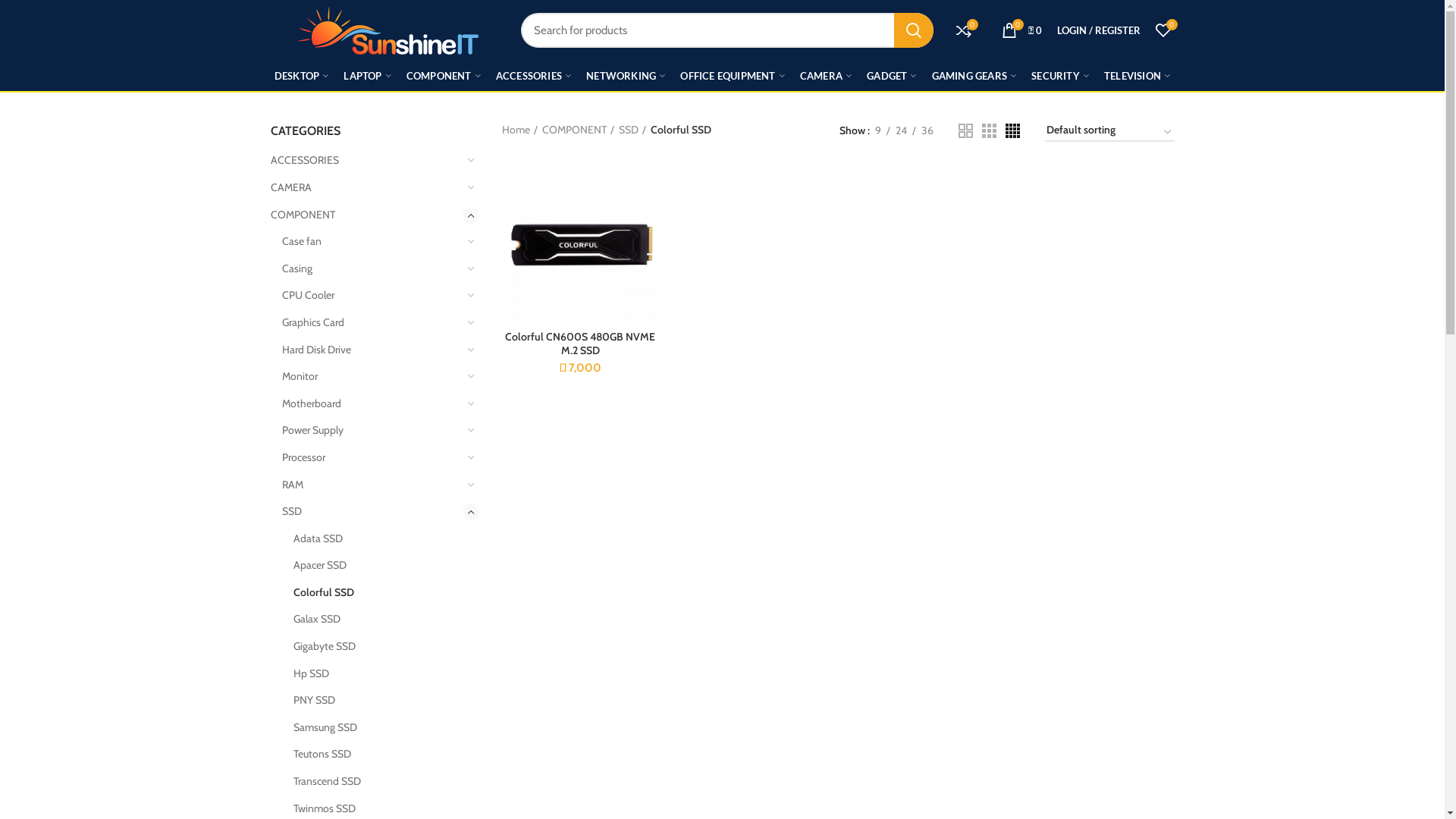 This screenshot has height=819, width=1456. What do you see at coordinates (302, 76) in the screenshot?
I see `'DESKTOP'` at bounding box center [302, 76].